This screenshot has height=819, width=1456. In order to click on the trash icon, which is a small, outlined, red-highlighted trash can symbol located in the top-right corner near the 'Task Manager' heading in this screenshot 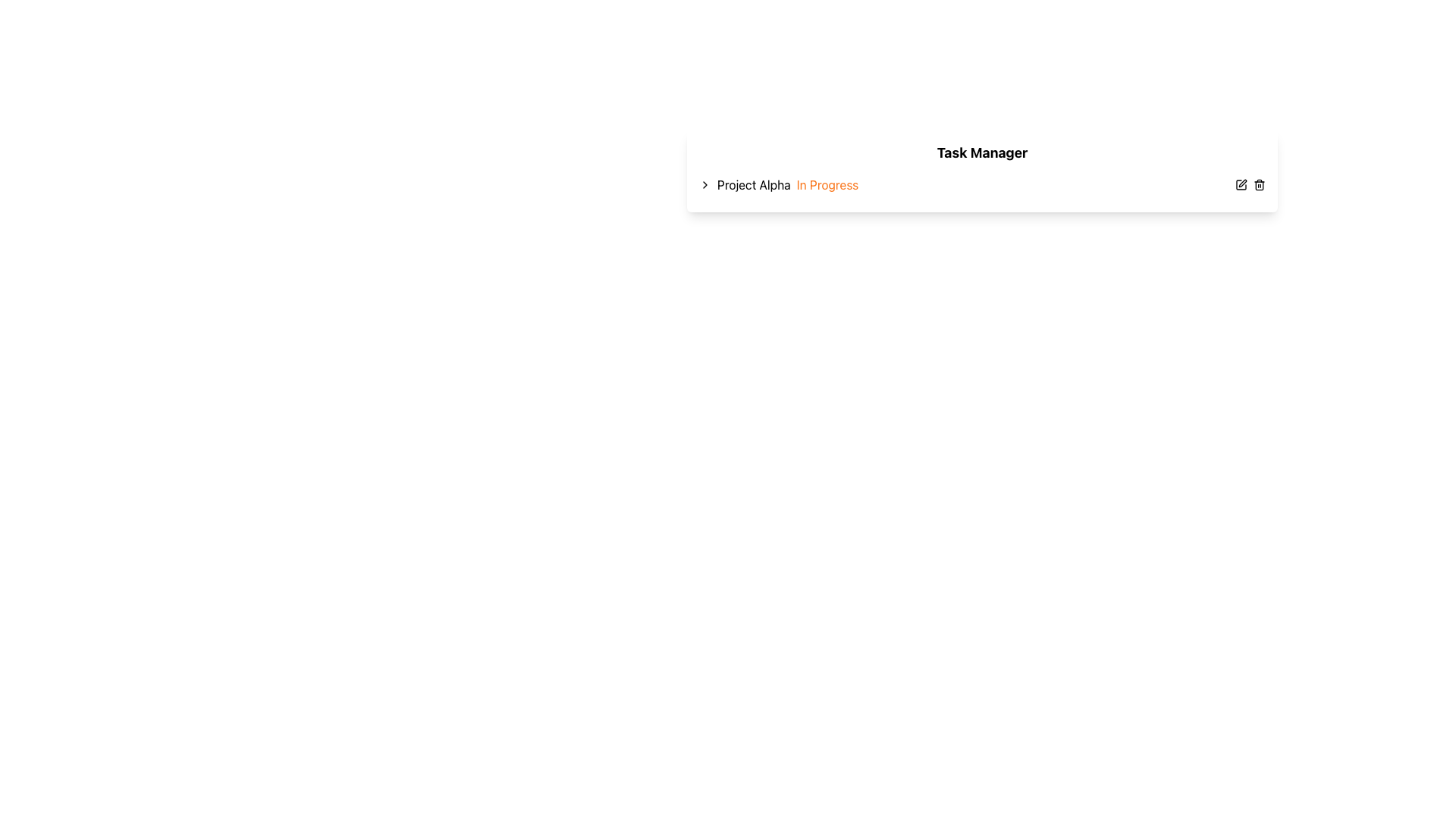, I will do `click(1259, 184)`.